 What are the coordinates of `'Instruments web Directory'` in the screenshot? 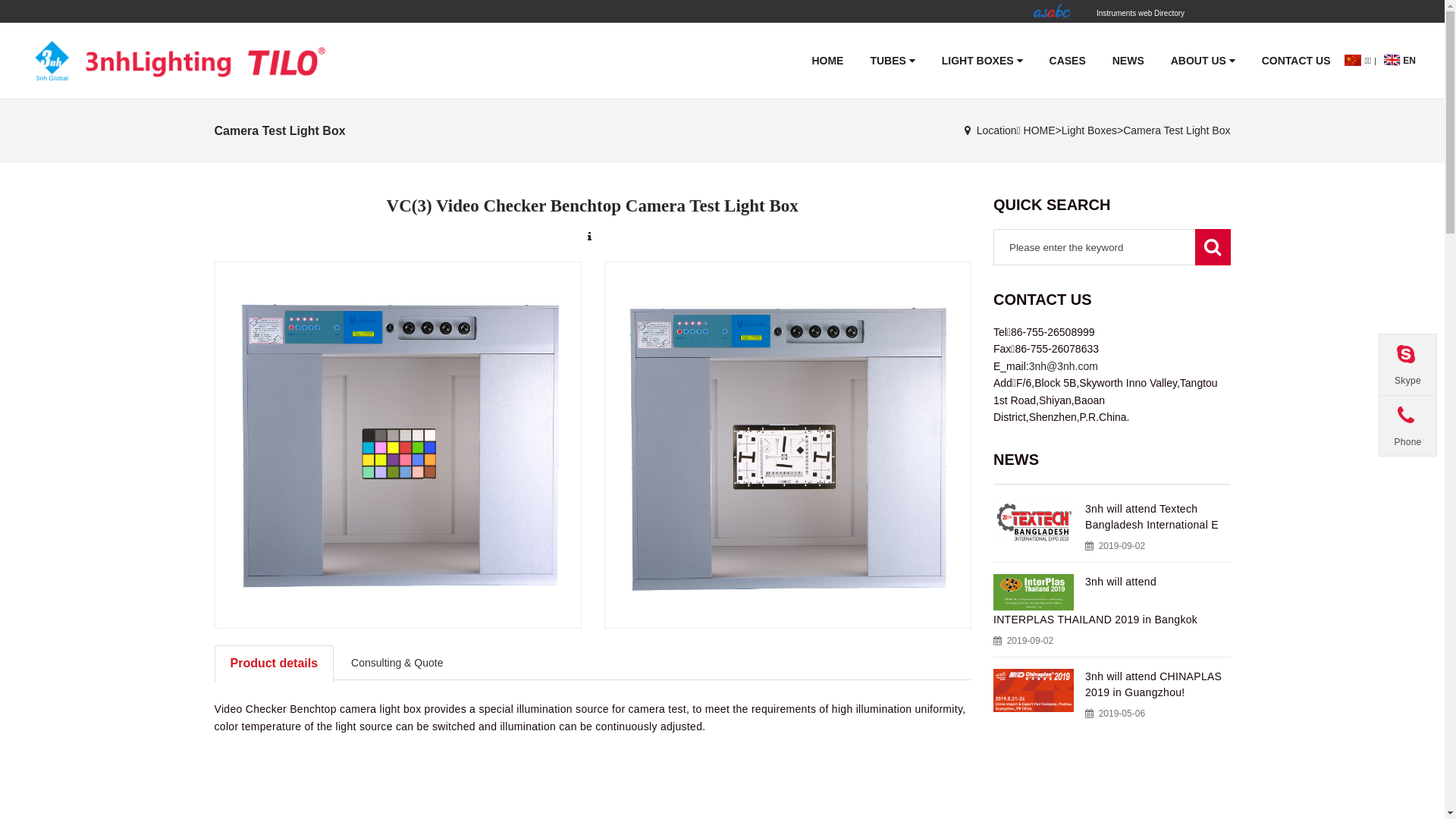 It's located at (1109, 11).